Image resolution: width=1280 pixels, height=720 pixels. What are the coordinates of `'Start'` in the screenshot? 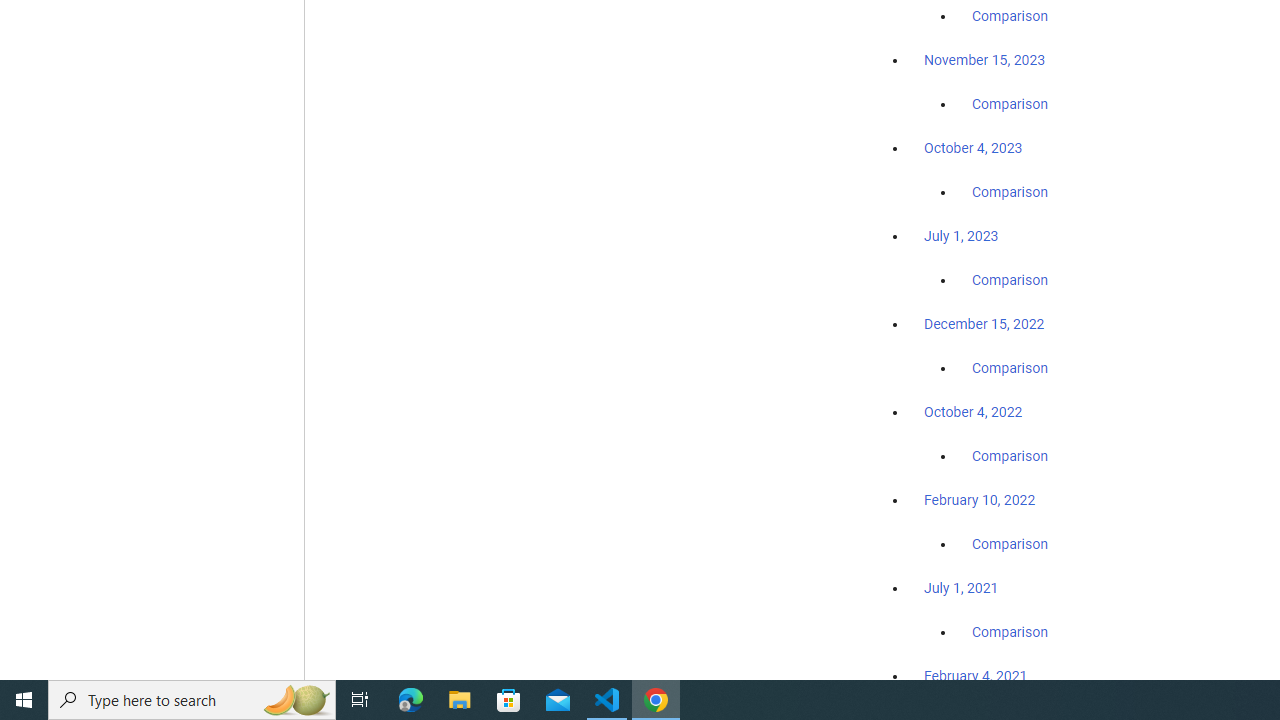 It's located at (24, 698).